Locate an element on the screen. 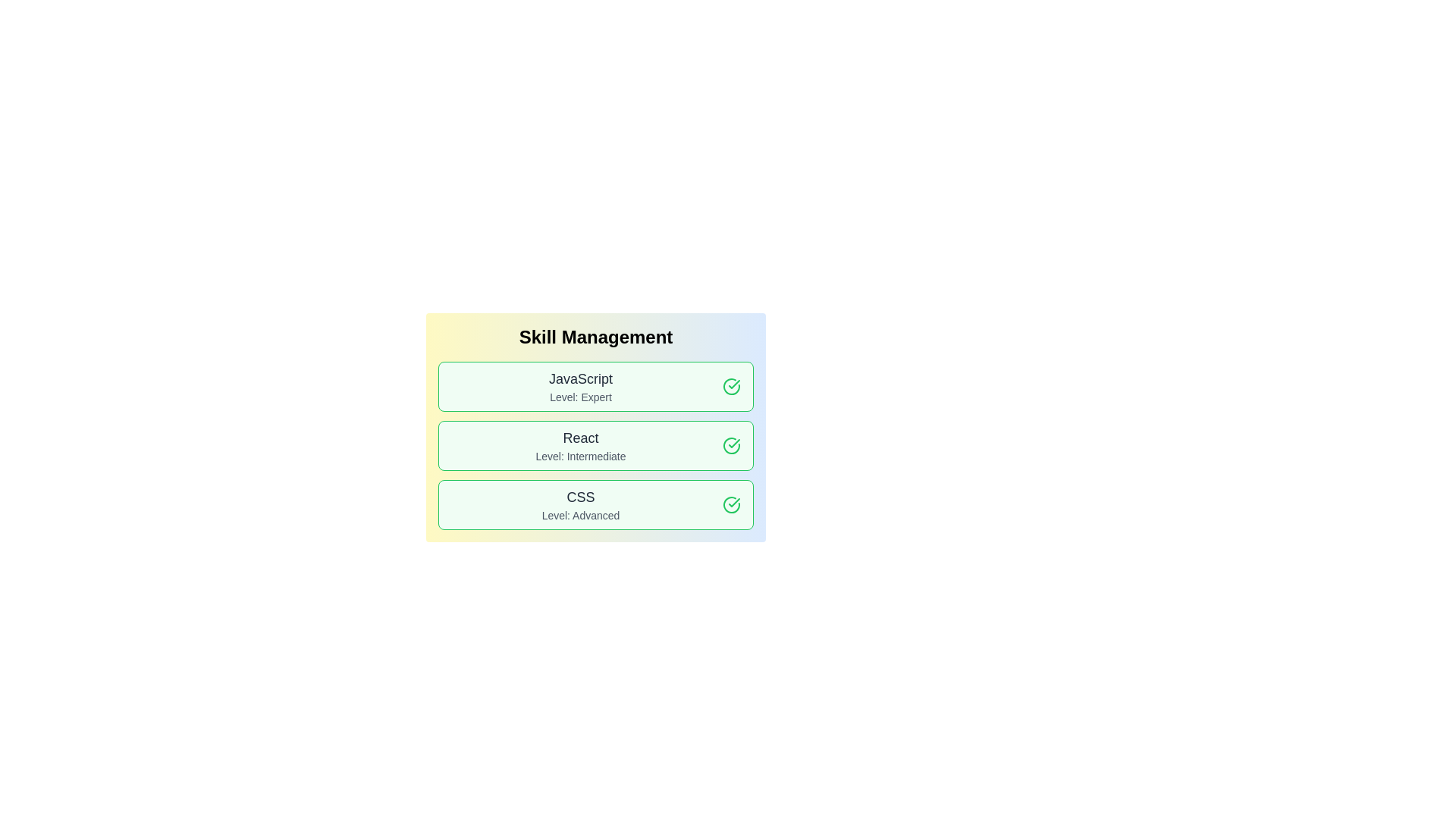  deactivate button for the skill JavaScript is located at coordinates (731, 385).